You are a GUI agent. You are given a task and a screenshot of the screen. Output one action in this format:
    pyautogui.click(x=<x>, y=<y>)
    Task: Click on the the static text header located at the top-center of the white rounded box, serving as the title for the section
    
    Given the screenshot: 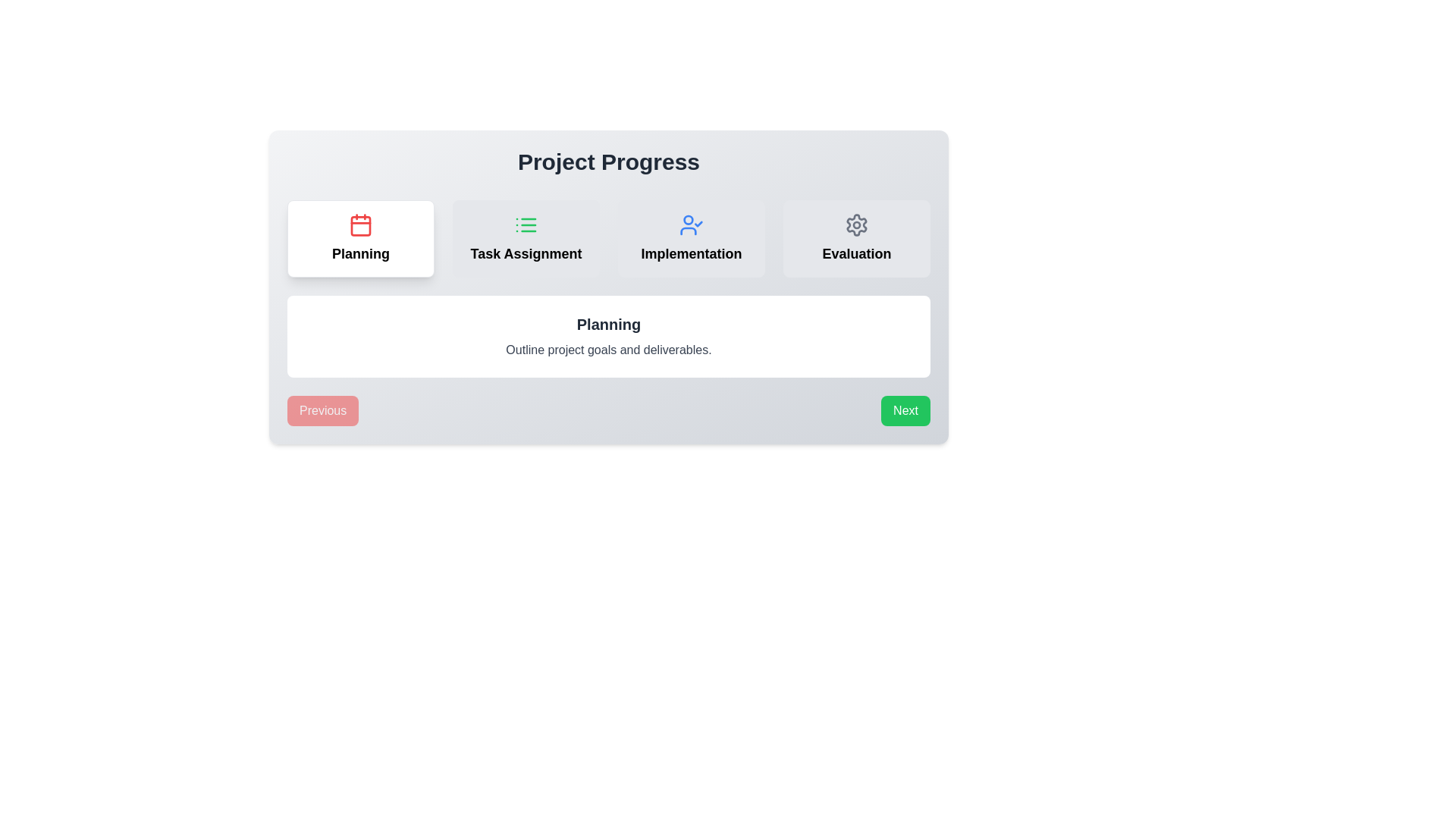 What is the action you would take?
    pyautogui.click(x=608, y=324)
    